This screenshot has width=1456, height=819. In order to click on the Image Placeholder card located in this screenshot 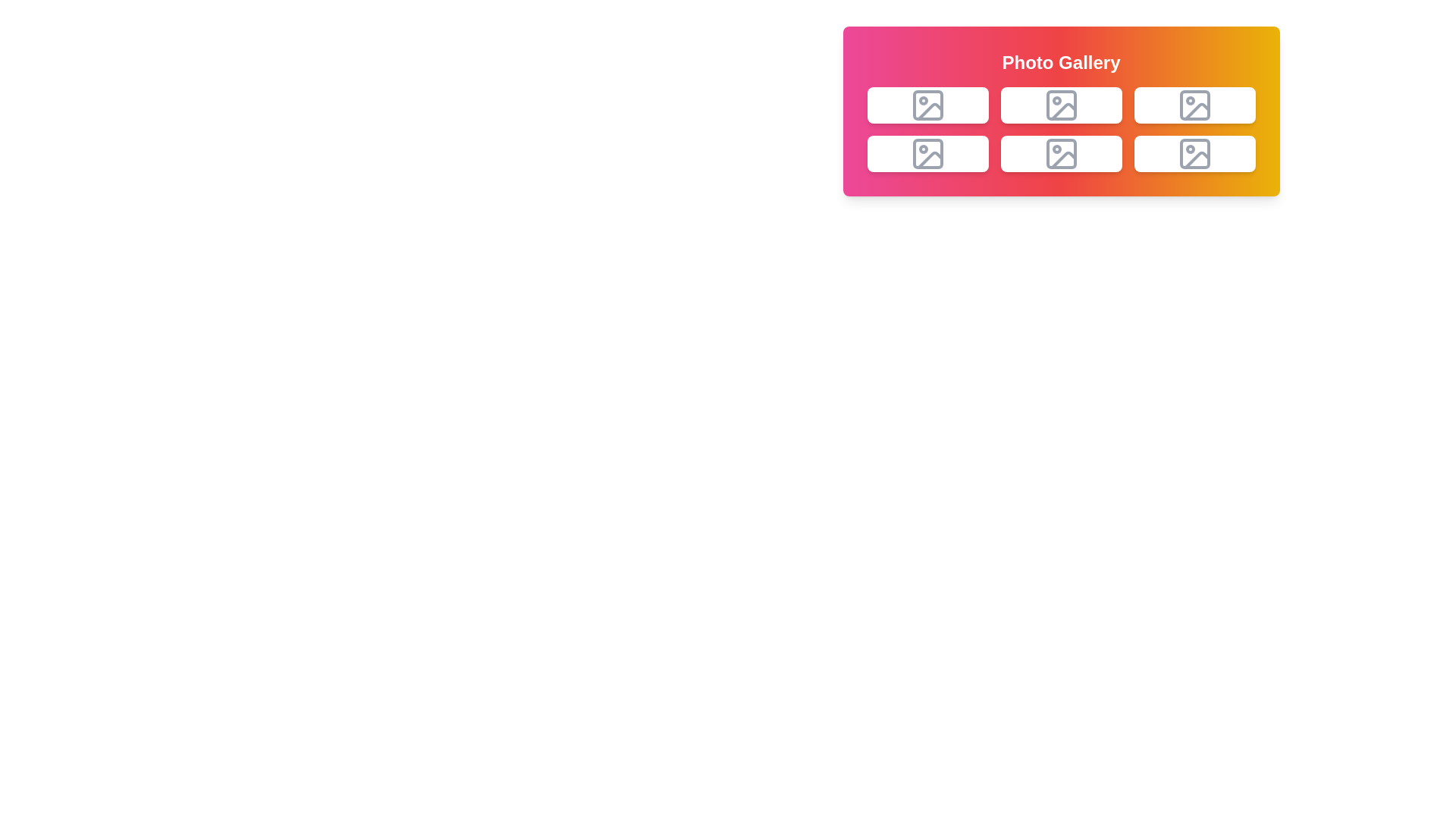, I will do `click(1194, 154)`.